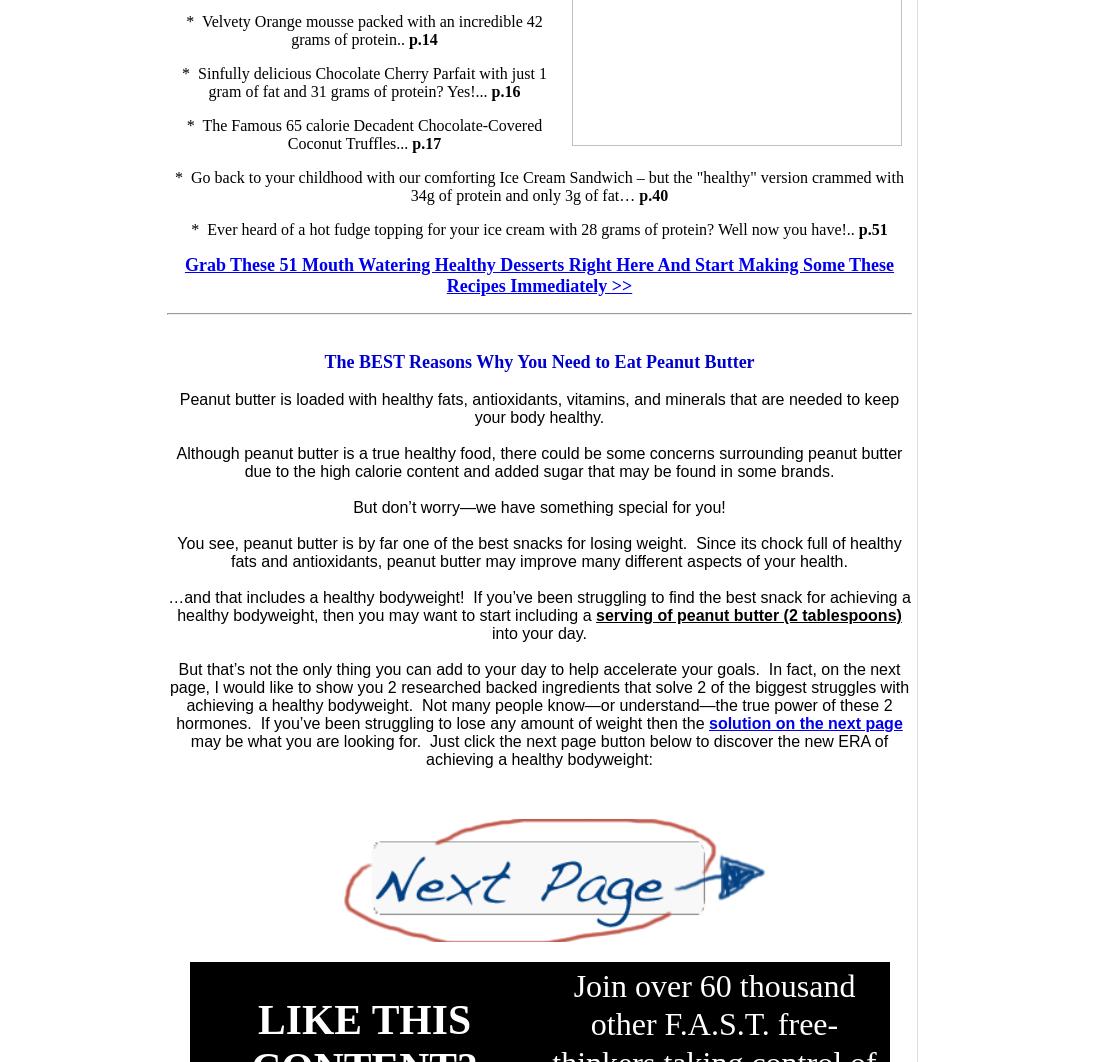  I want to click on 'serving of peanut butter (2 tablespoons)', so click(748, 615).